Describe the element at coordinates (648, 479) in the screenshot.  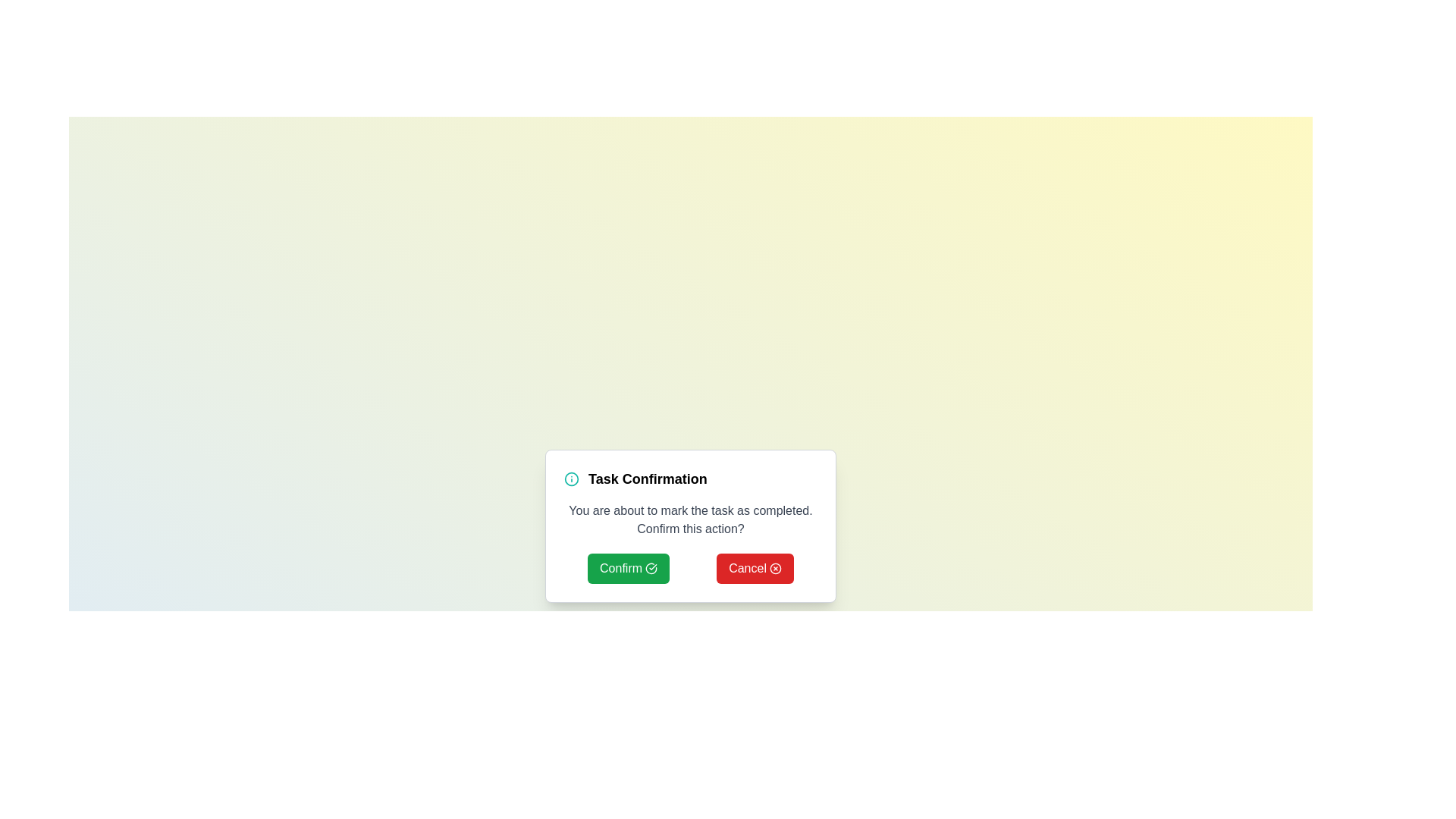
I see `the static text label that serves as the title or header for the dialog box, which is located near the center and slightly to the right of the information icon` at that location.